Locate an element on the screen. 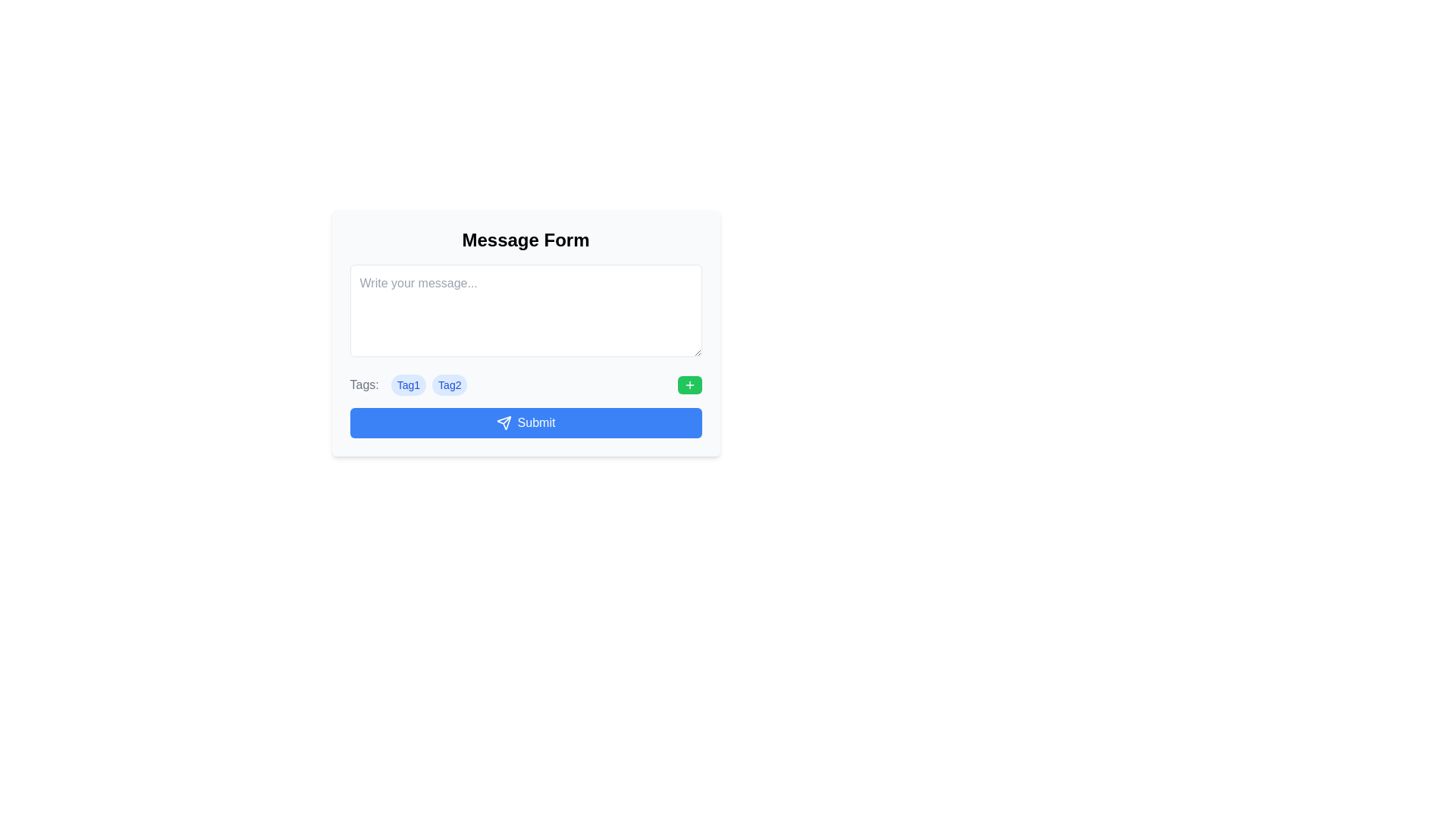 This screenshot has width=1456, height=819. the clickable add button for adding new tags located on the right side of the 'Tags:' text input area is located at coordinates (689, 384).